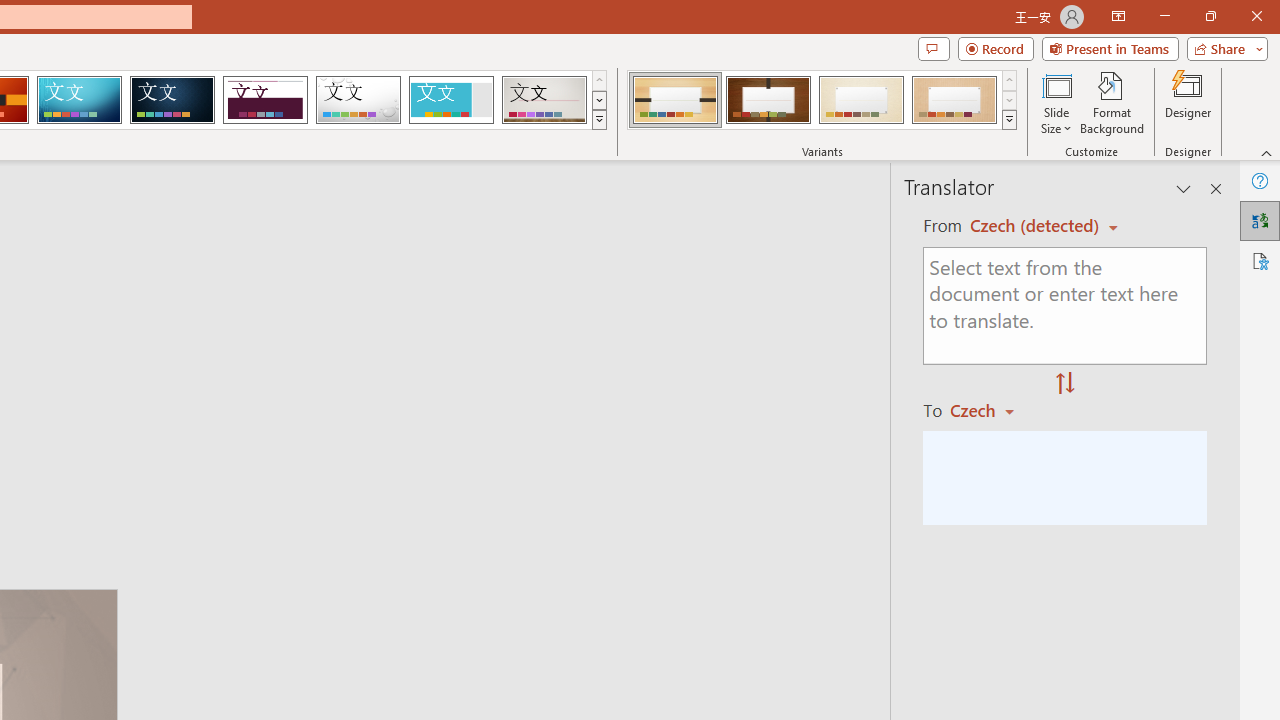 This screenshot has height=720, width=1280. Describe the element at coordinates (675, 100) in the screenshot. I see `'Organic Variant 1'` at that location.